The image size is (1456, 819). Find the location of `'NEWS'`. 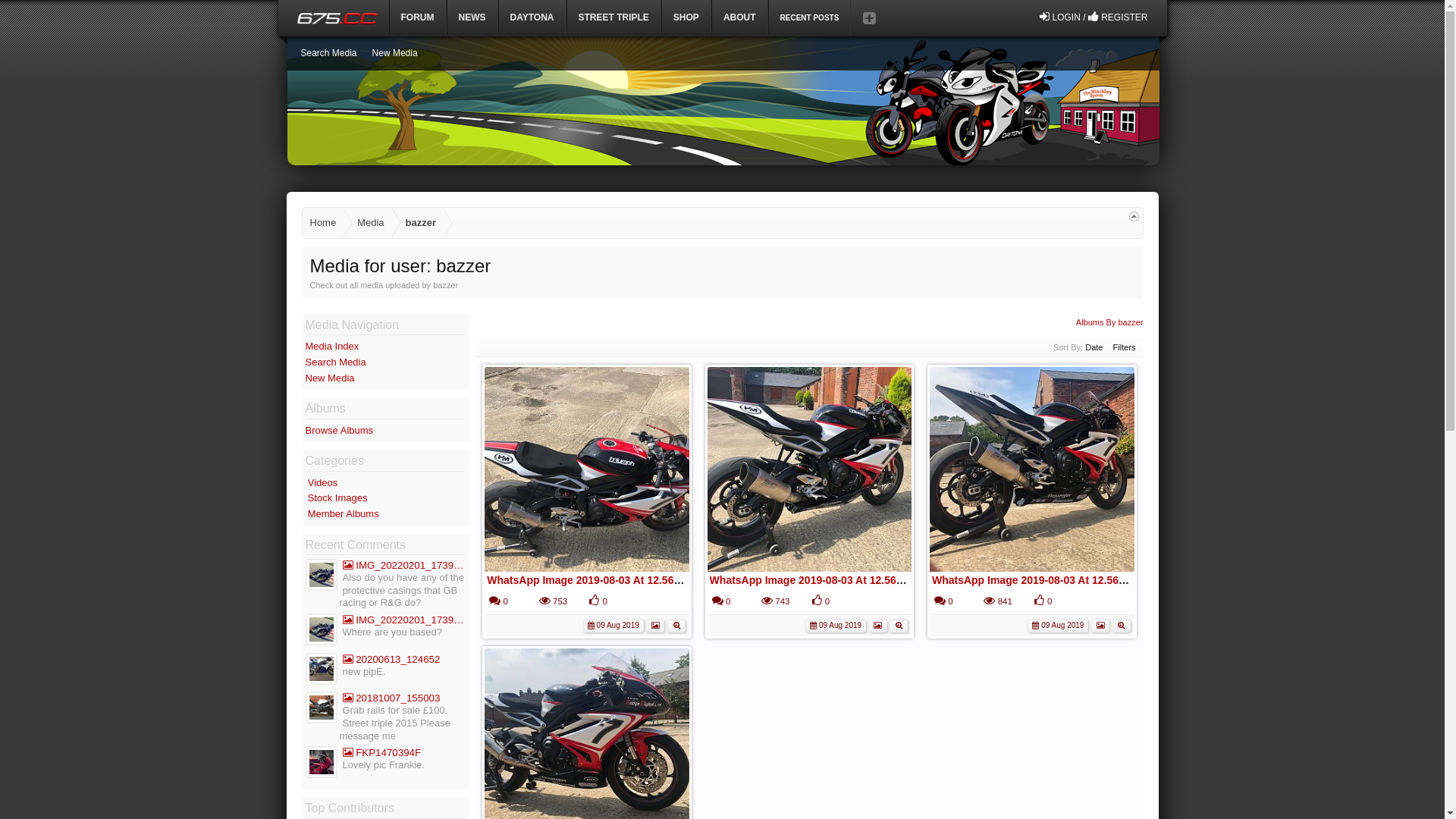

'NEWS' is located at coordinates (447, 17).